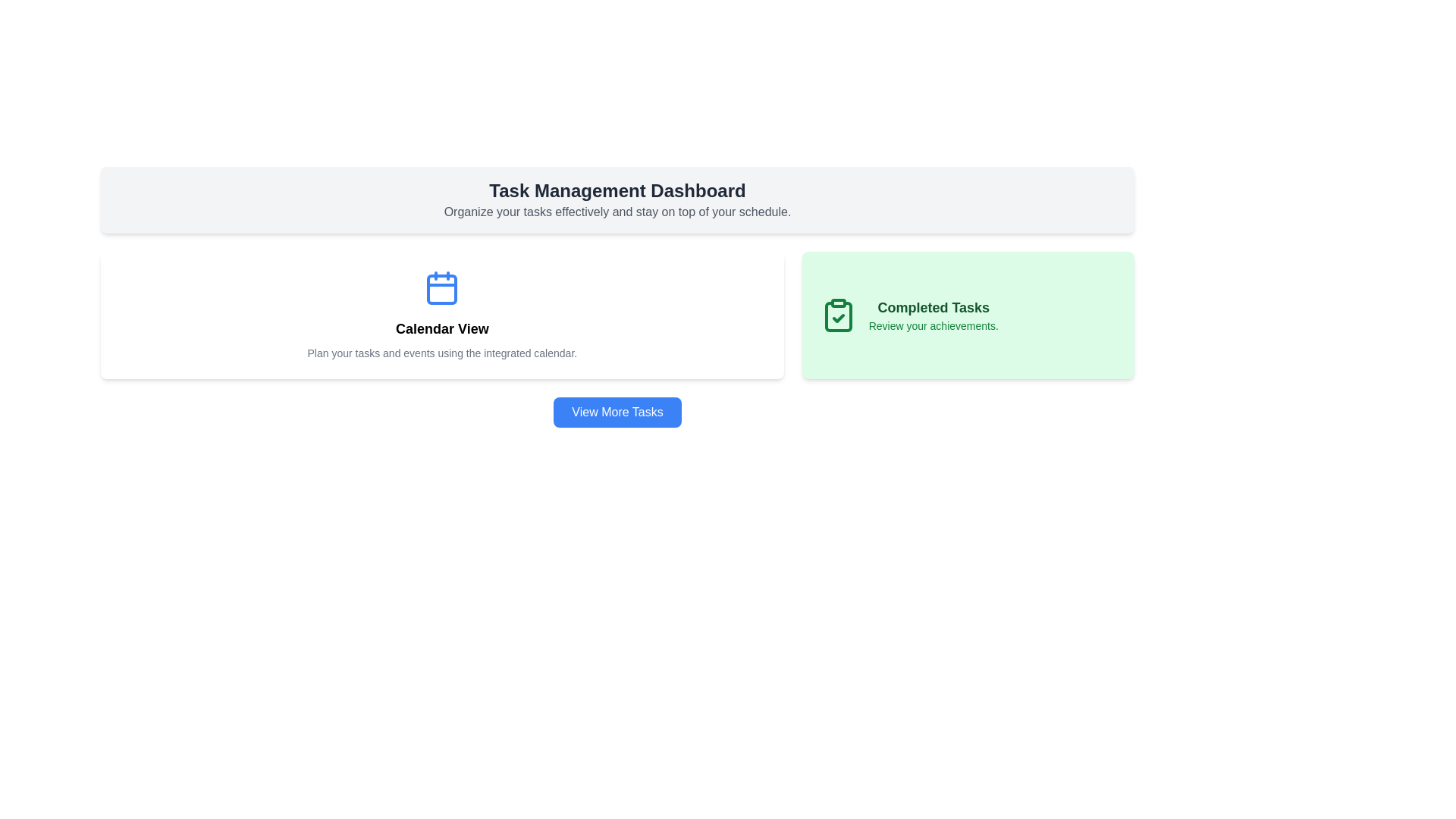 This screenshot has height=819, width=1456. Describe the element at coordinates (441, 288) in the screenshot. I see `the calendar icon with a blue outline located at the center-top of the card that contains the heading 'Calendar View'` at that location.